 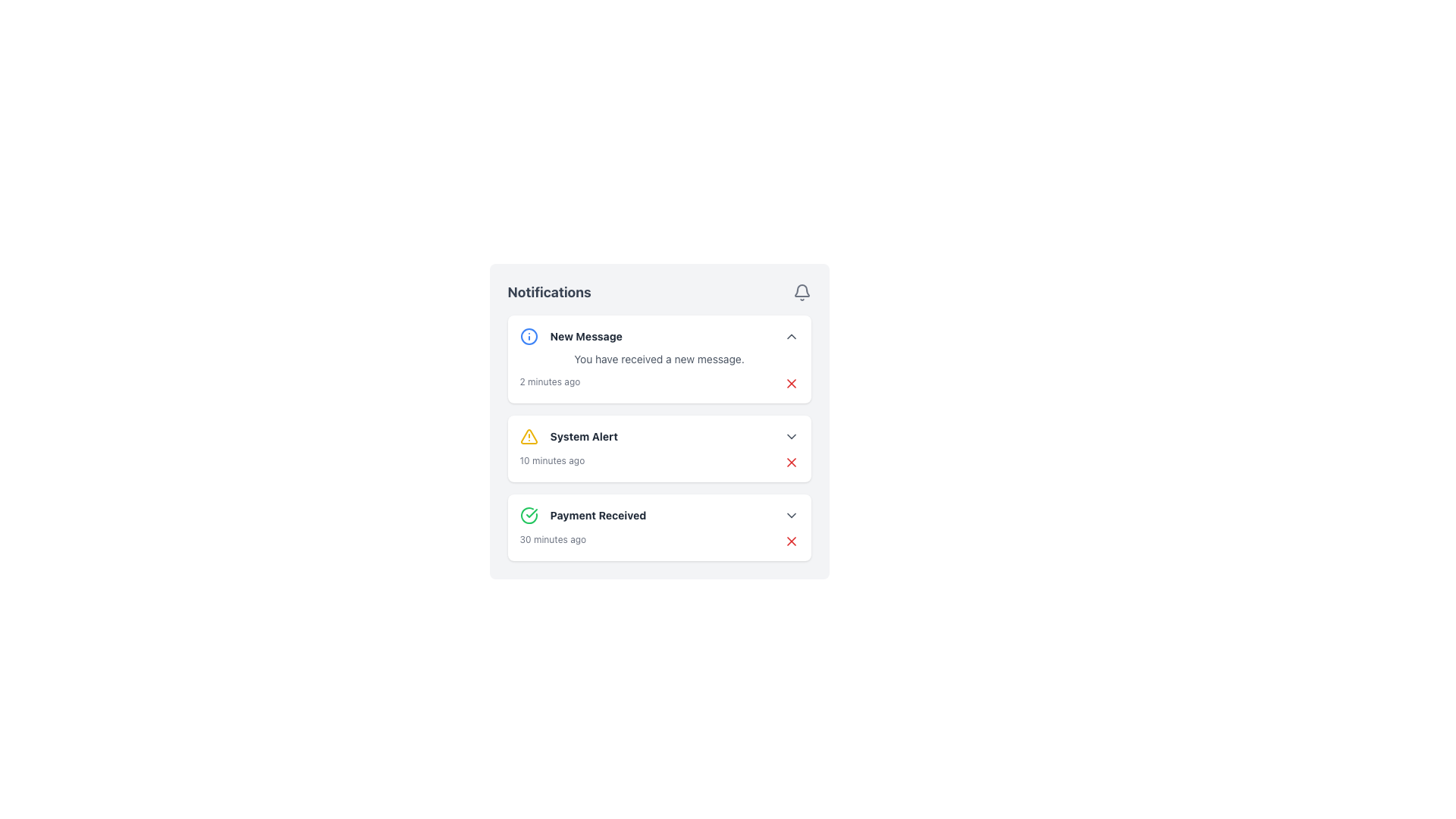 I want to click on the warning icon associated with the 'System Alert' notification to indicate urgency or a potential issue that needs attention, so click(x=529, y=436).